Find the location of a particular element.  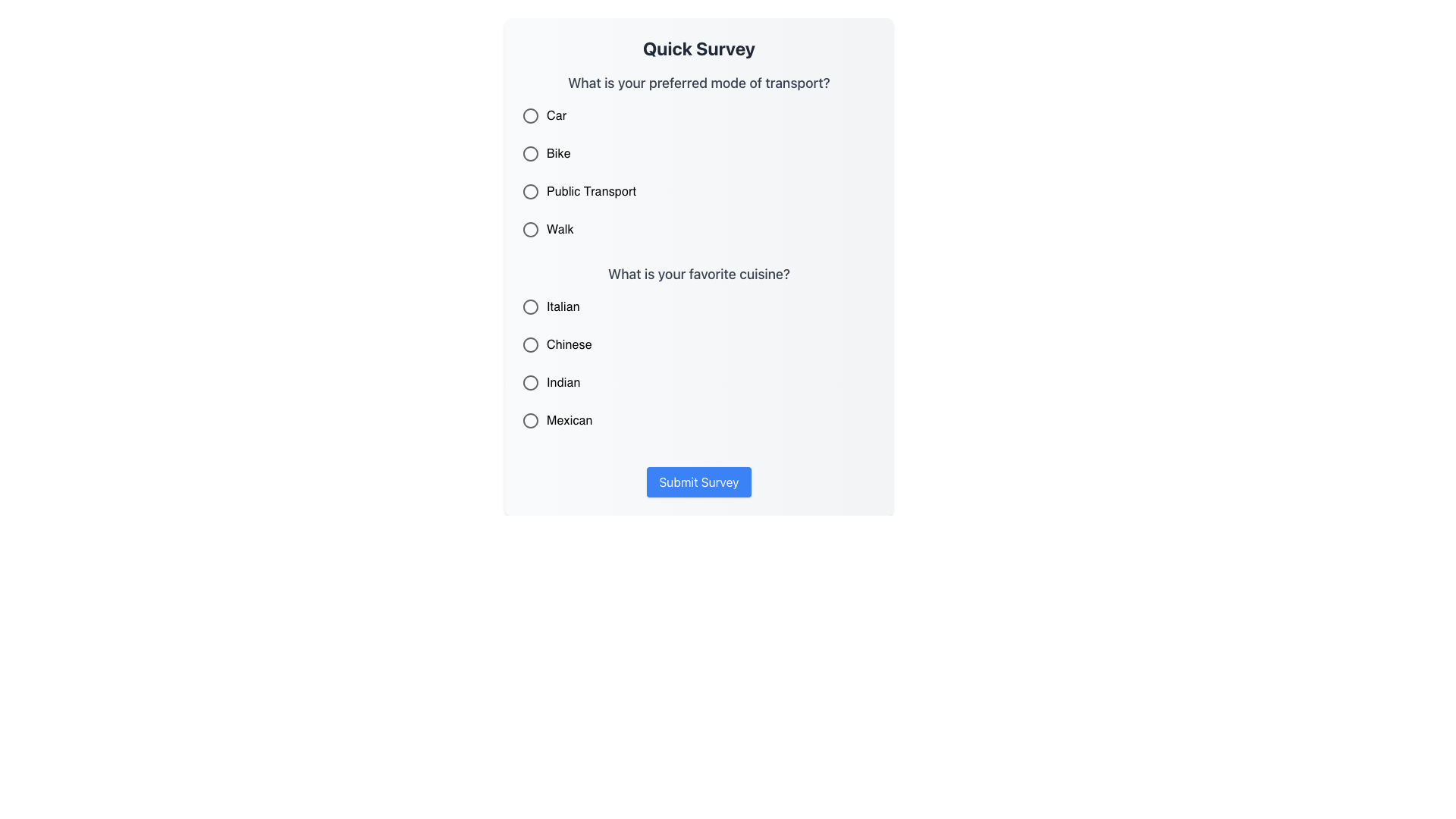

the 'Mexican' radio button located under the question 'What is your favorite cuisine?' is located at coordinates (531, 421).